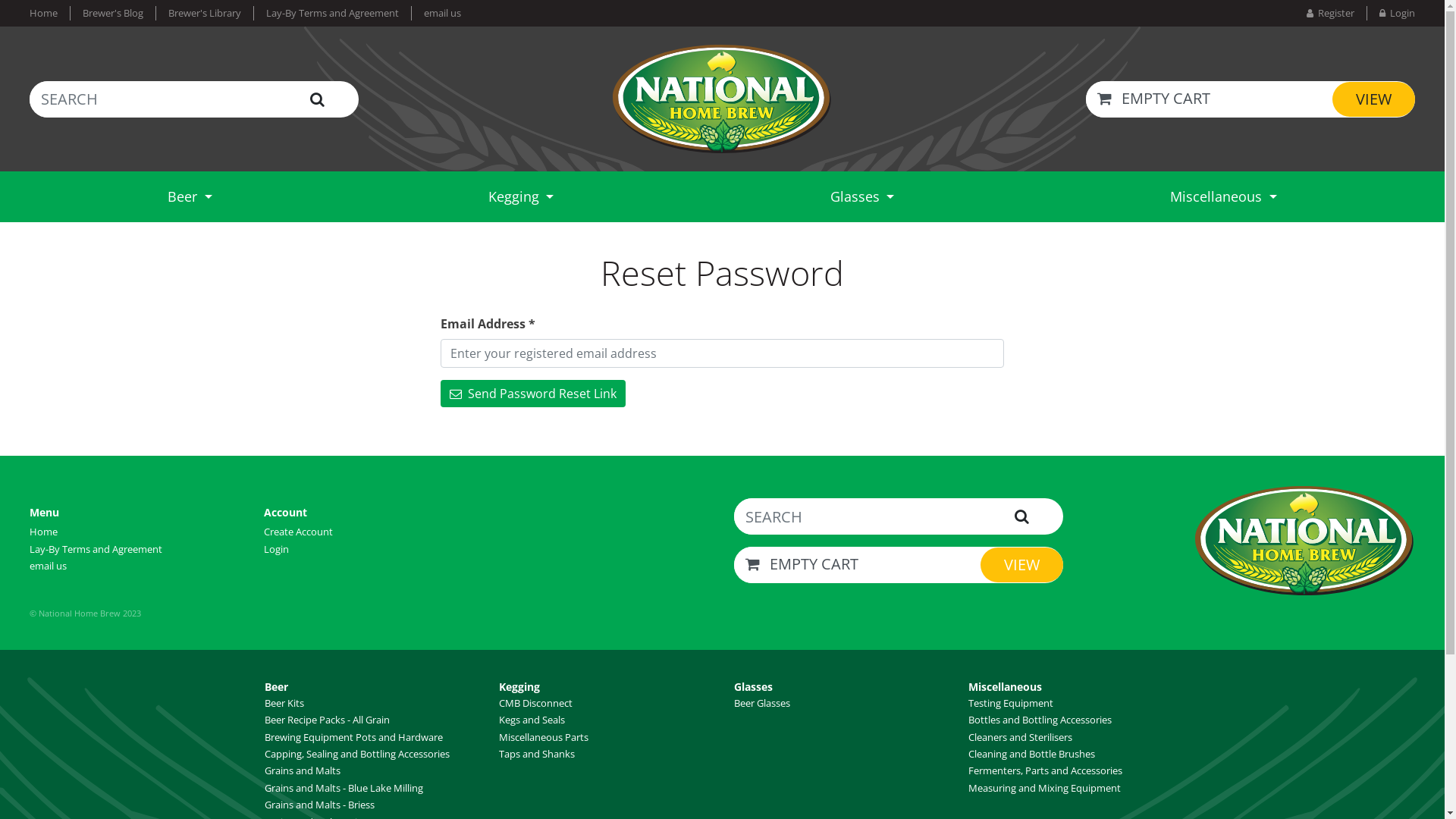 The width and height of the screenshot is (1456, 819). I want to click on 'Glasses', so click(753, 686).